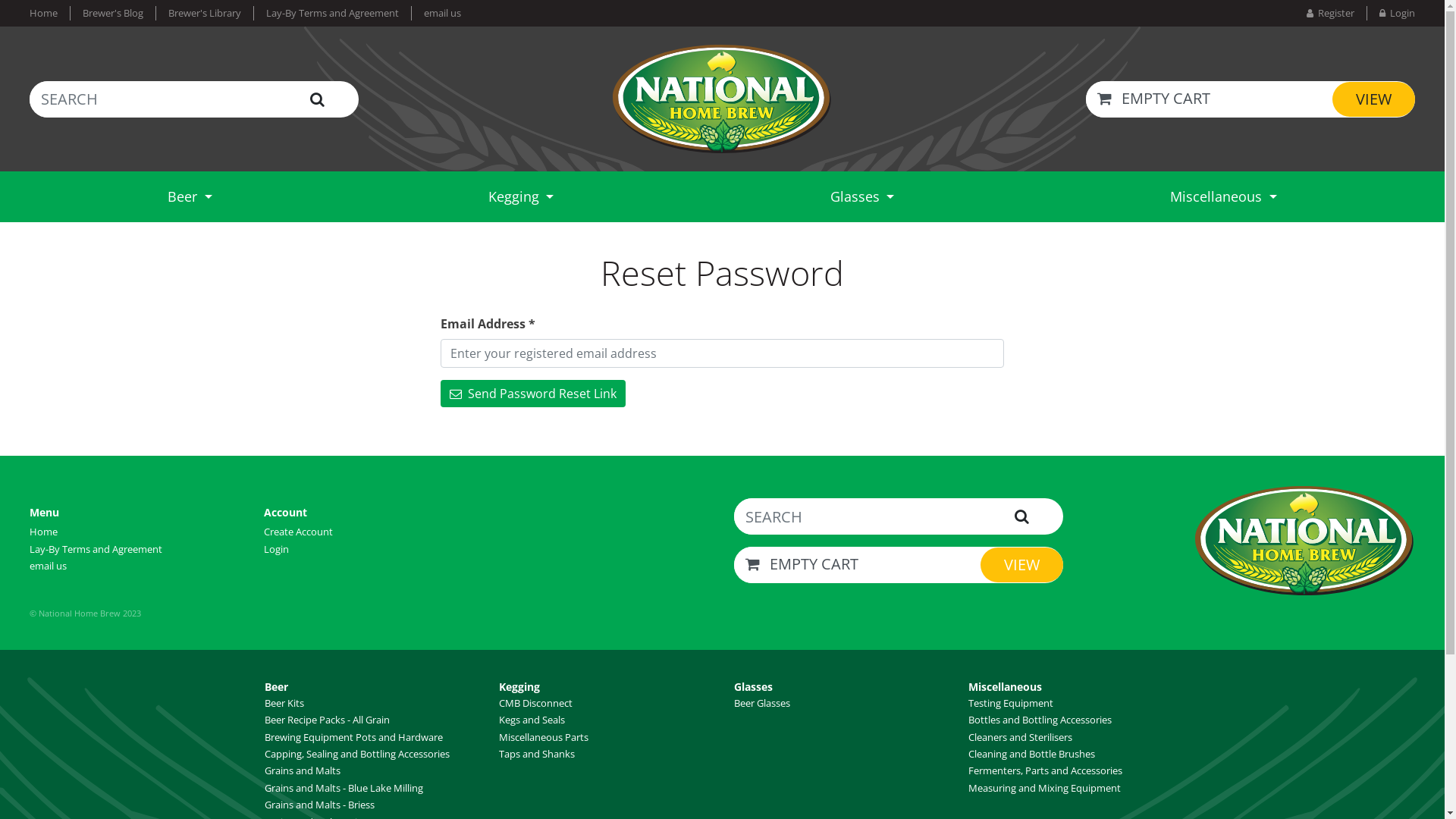 The width and height of the screenshot is (1456, 819). I want to click on 'Glasses', so click(753, 686).